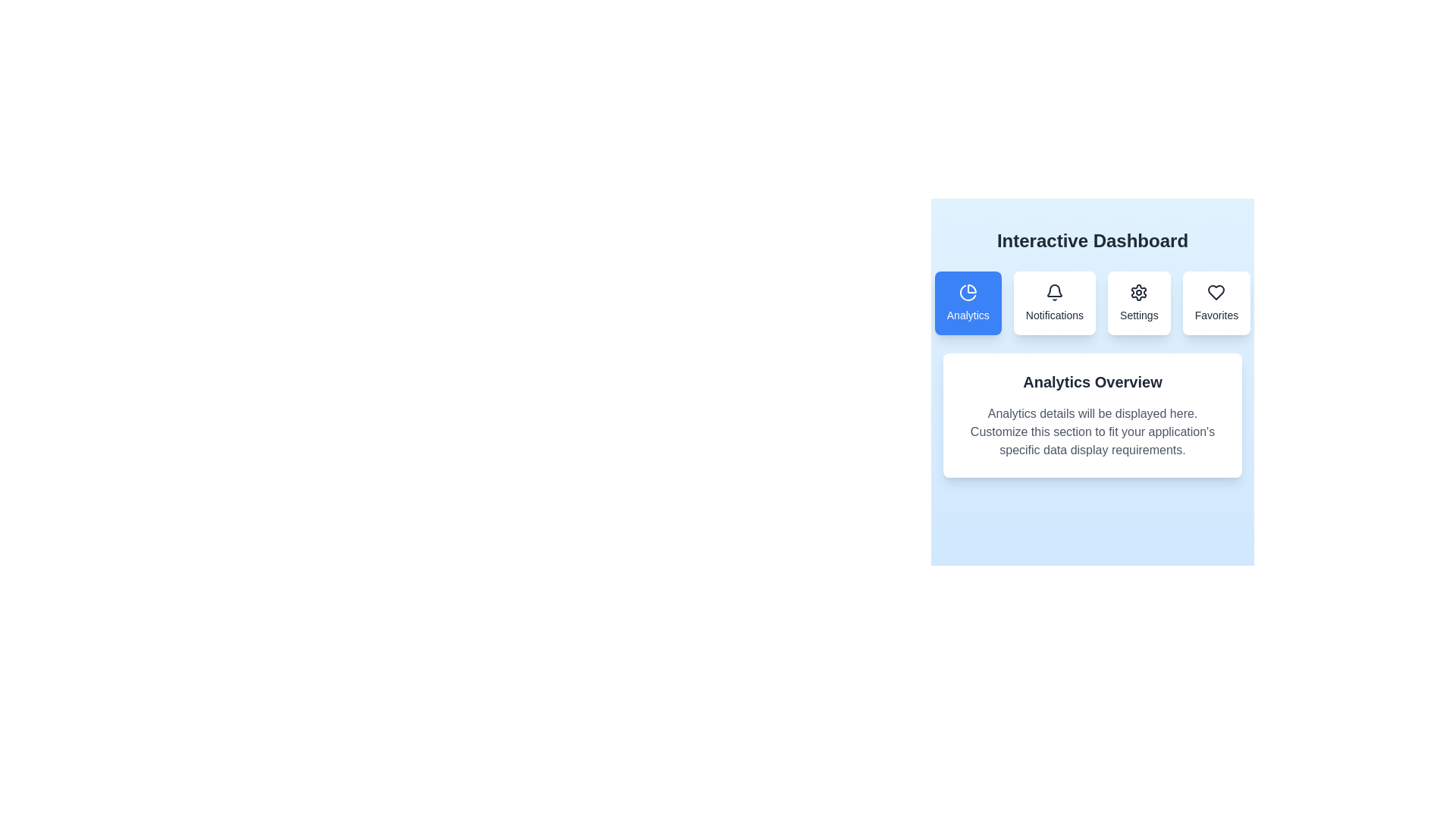 This screenshot has width=1456, height=819. I want to click on the Text label located in the blue rectangular section on the top-left of the card associated with analytics, so click(967, 315).